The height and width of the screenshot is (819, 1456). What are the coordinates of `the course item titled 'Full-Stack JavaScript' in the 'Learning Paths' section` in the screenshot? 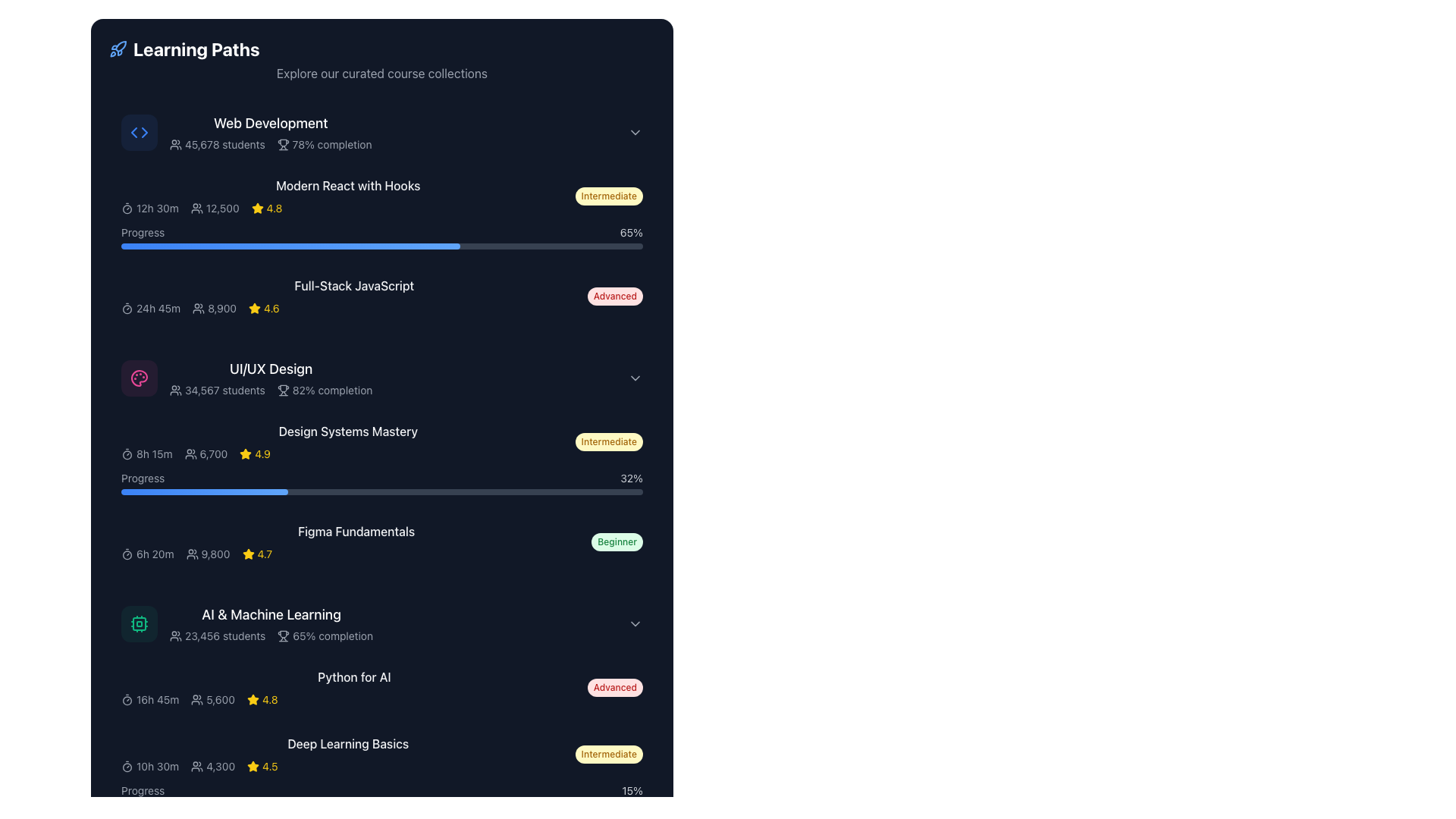 It's located at (353, 296).